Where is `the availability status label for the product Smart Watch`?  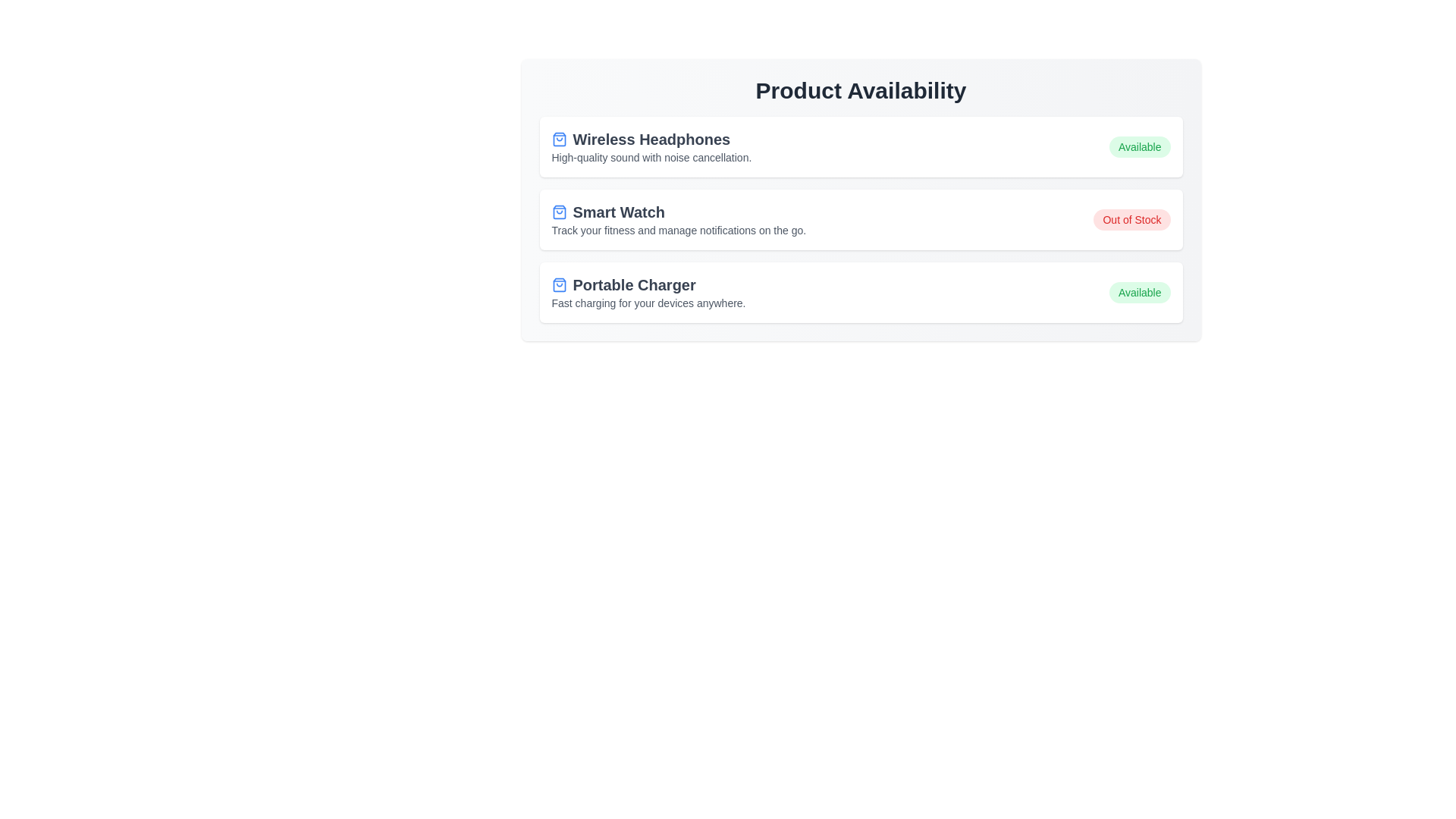 the availability status label for the product Smart Watch is located at coordinates (1131, 219).